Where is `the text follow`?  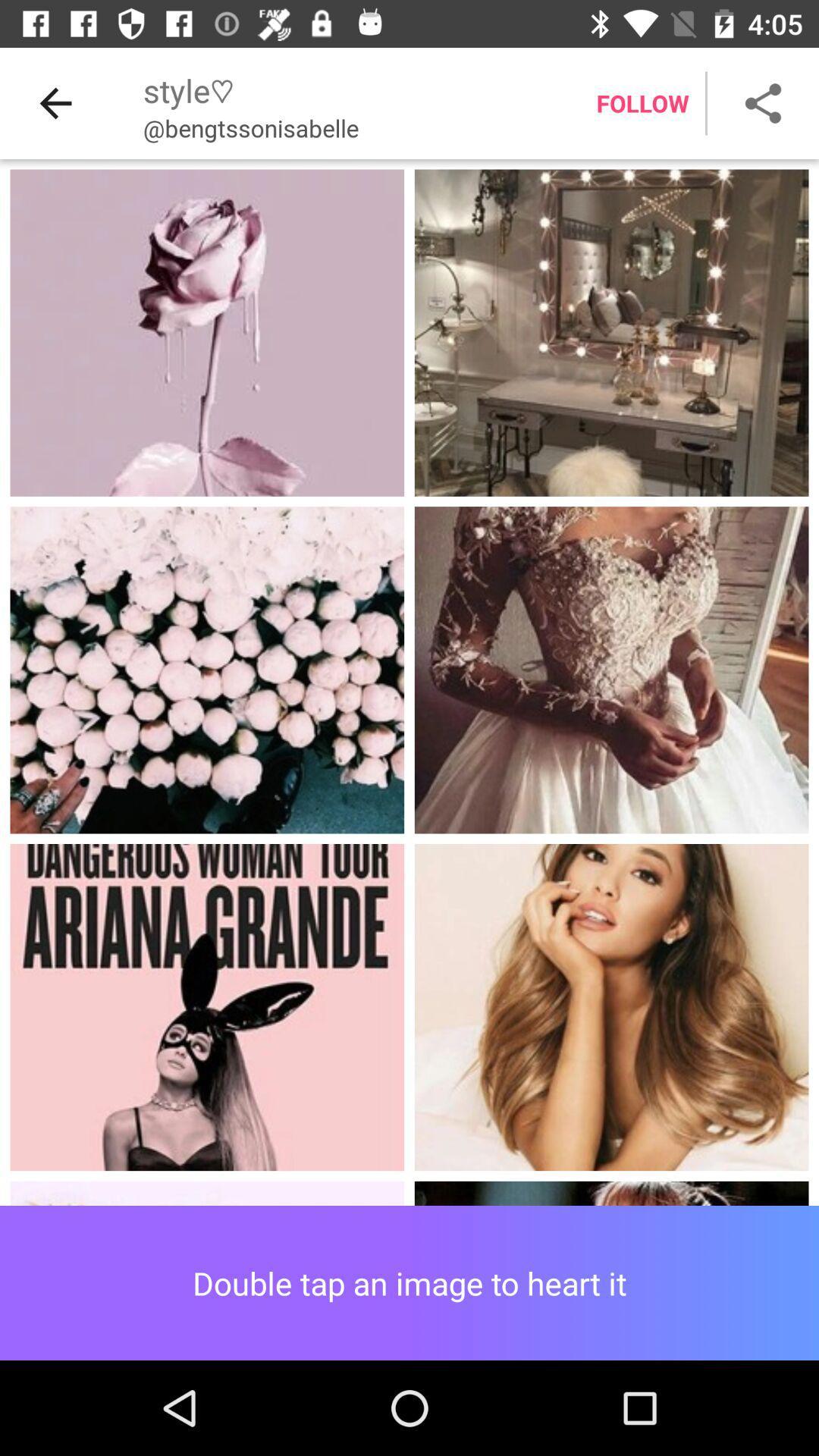 the text follow is located at coordinates (643, 102).